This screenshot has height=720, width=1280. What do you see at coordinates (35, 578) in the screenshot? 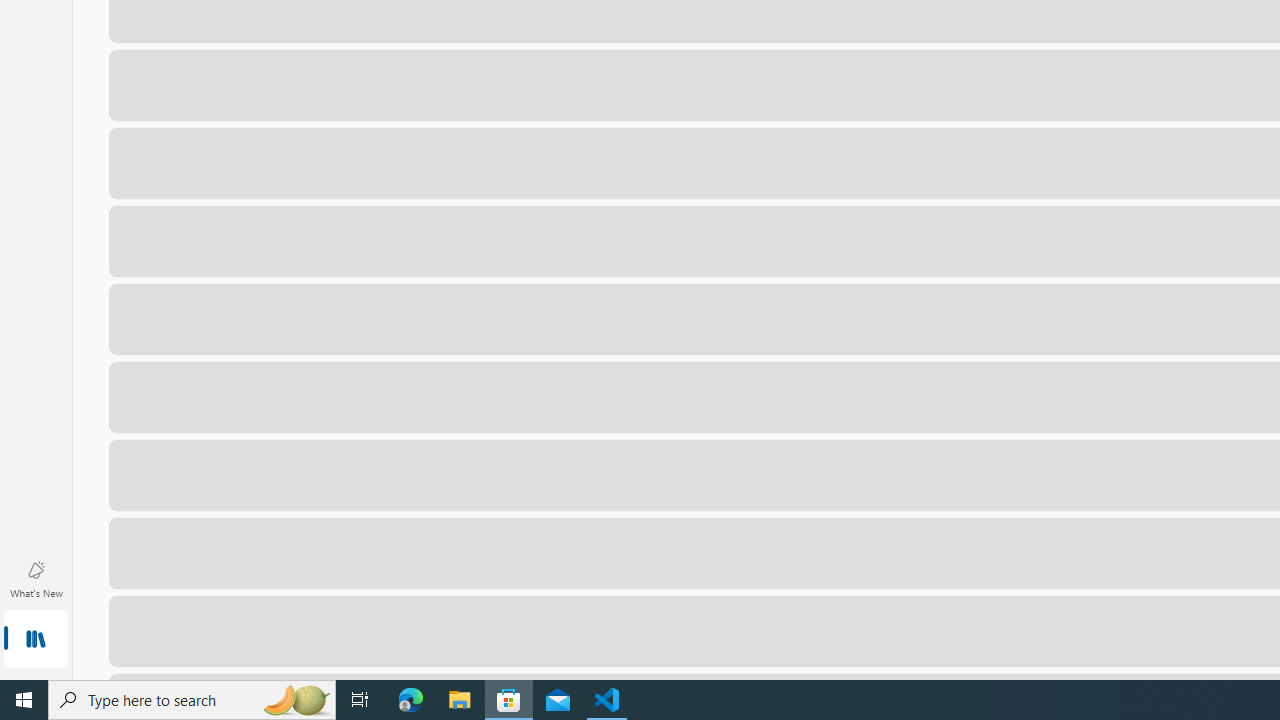
I see `'What'` at bounding box center [35, 578].